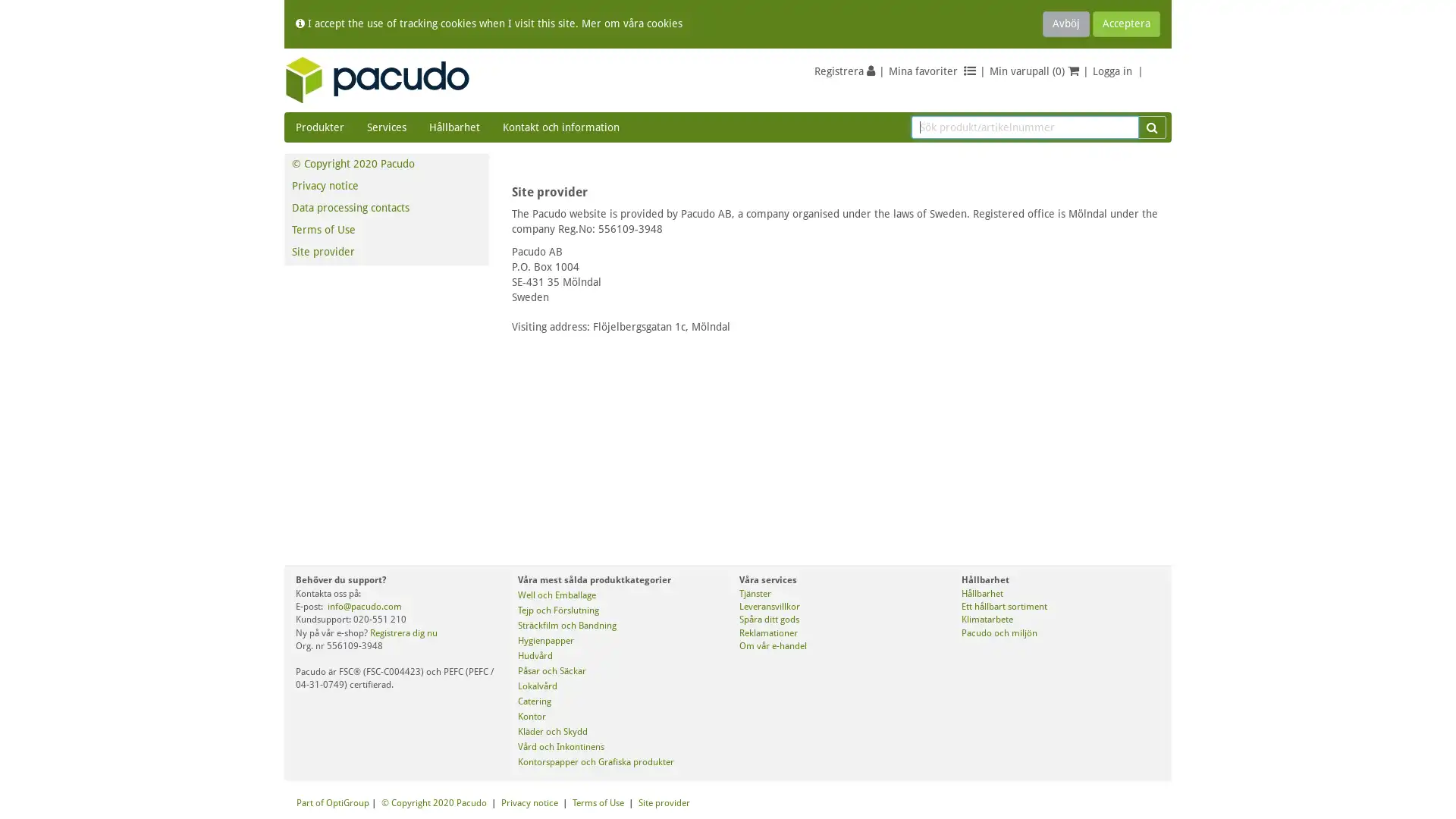 The image size is (1456, 819). Describe the element at coordinates (1126, 24) in the screenshot. I see `Acceptera` at that location.